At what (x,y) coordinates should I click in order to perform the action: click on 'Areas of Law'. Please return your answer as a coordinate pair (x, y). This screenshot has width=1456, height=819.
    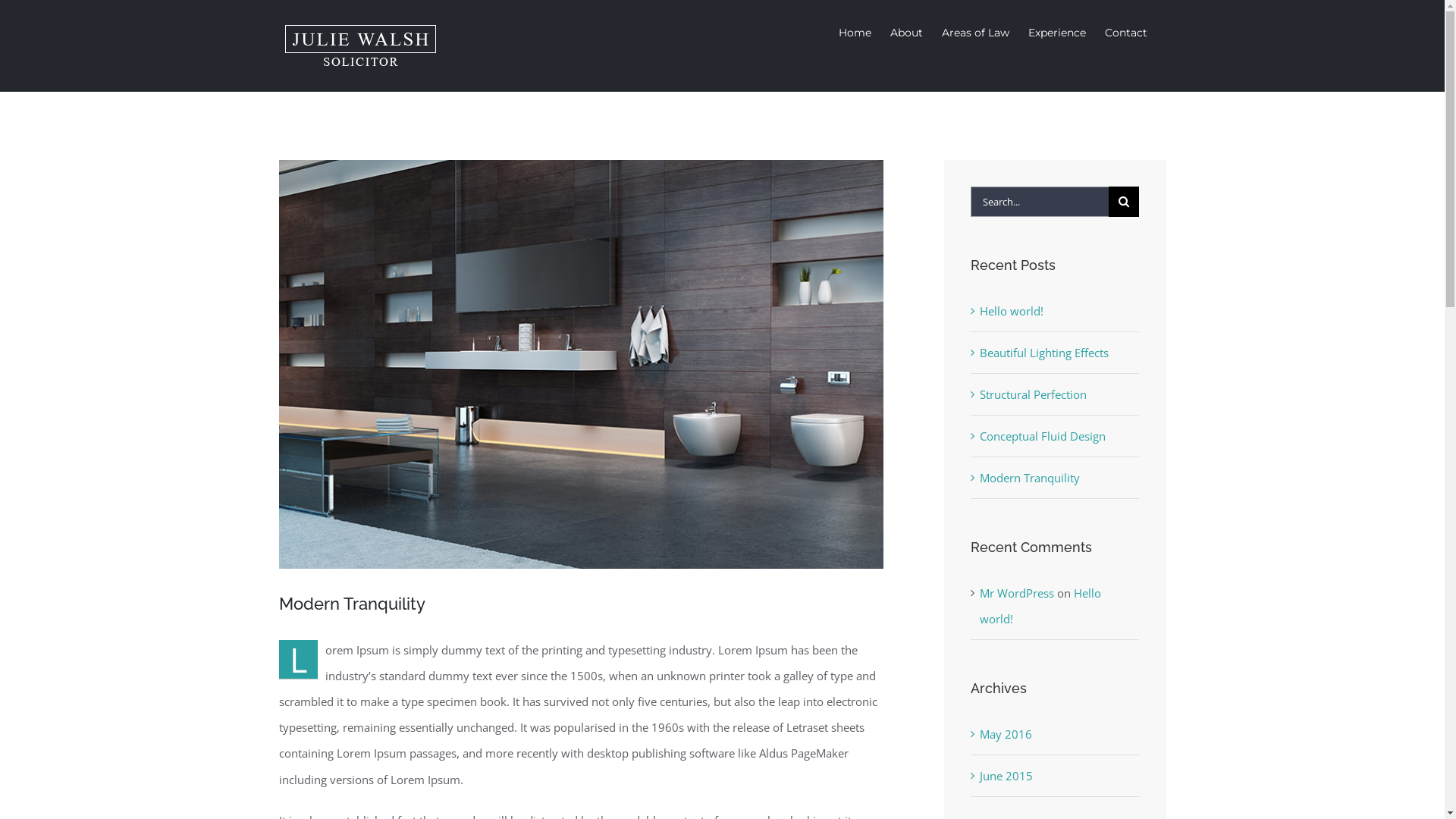
    Looking at the image, I should click on (975, 32).